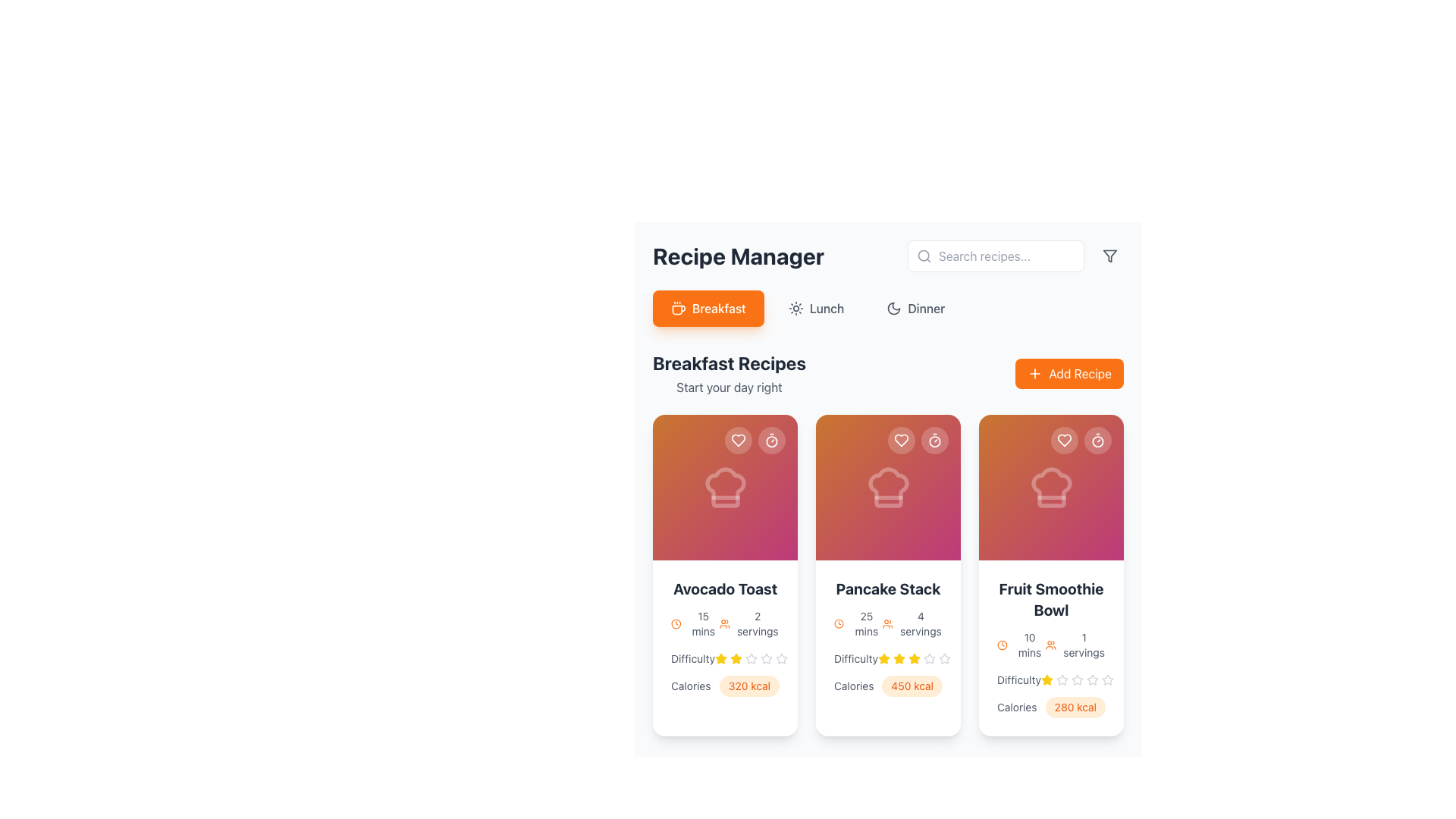  I want to click on the text element that displays the number of servings for the 'Fruit Smoothie Bowl' recipe, which is located to the right of '10 mins' beneath the orange clock icon in the 'Breakfast Recipes' section, so click(1075, 645).